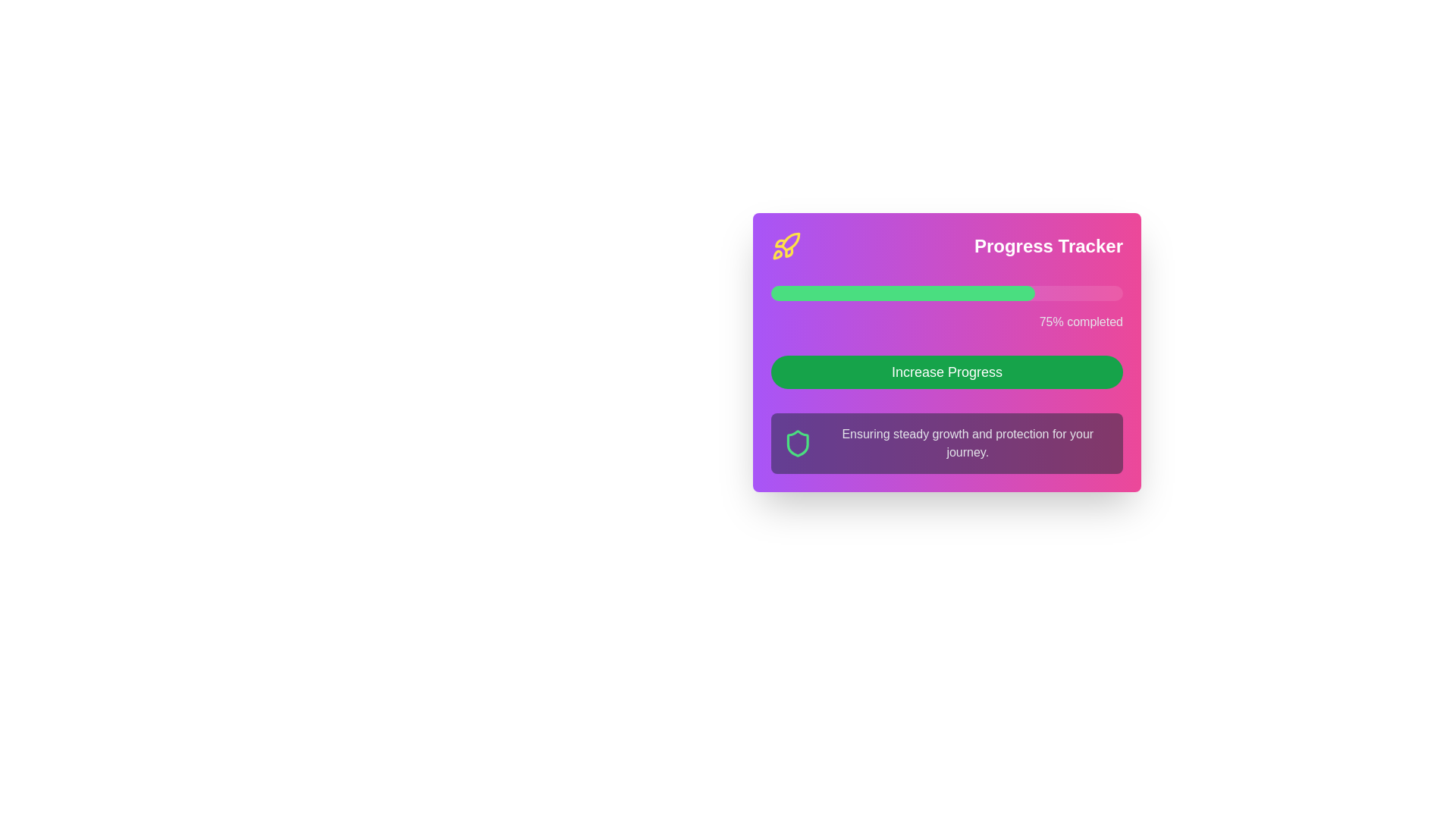 The image size is (1456, 819). I want to click on the stylized shield icon filled with a purple tone and outlined in green, located near the bottom left of the card above the text 'Ensuring steady growth and protection for your journey.', so click(797, 444).